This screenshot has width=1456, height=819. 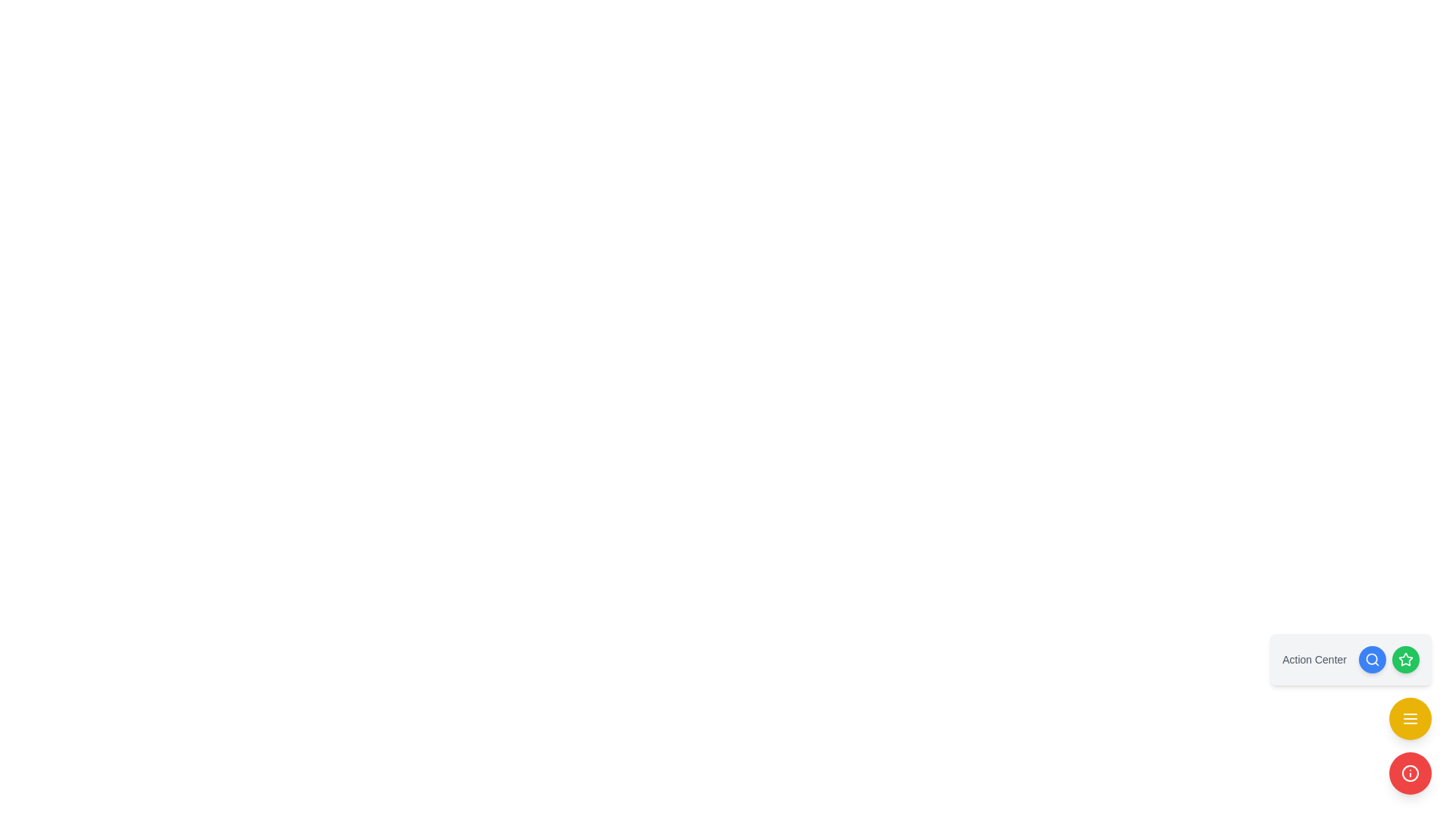 I want to click on the search icon button located within a blue circular button in the top-right corner of the Action Center bar to initiate a search, so click(x=1372, y=659).